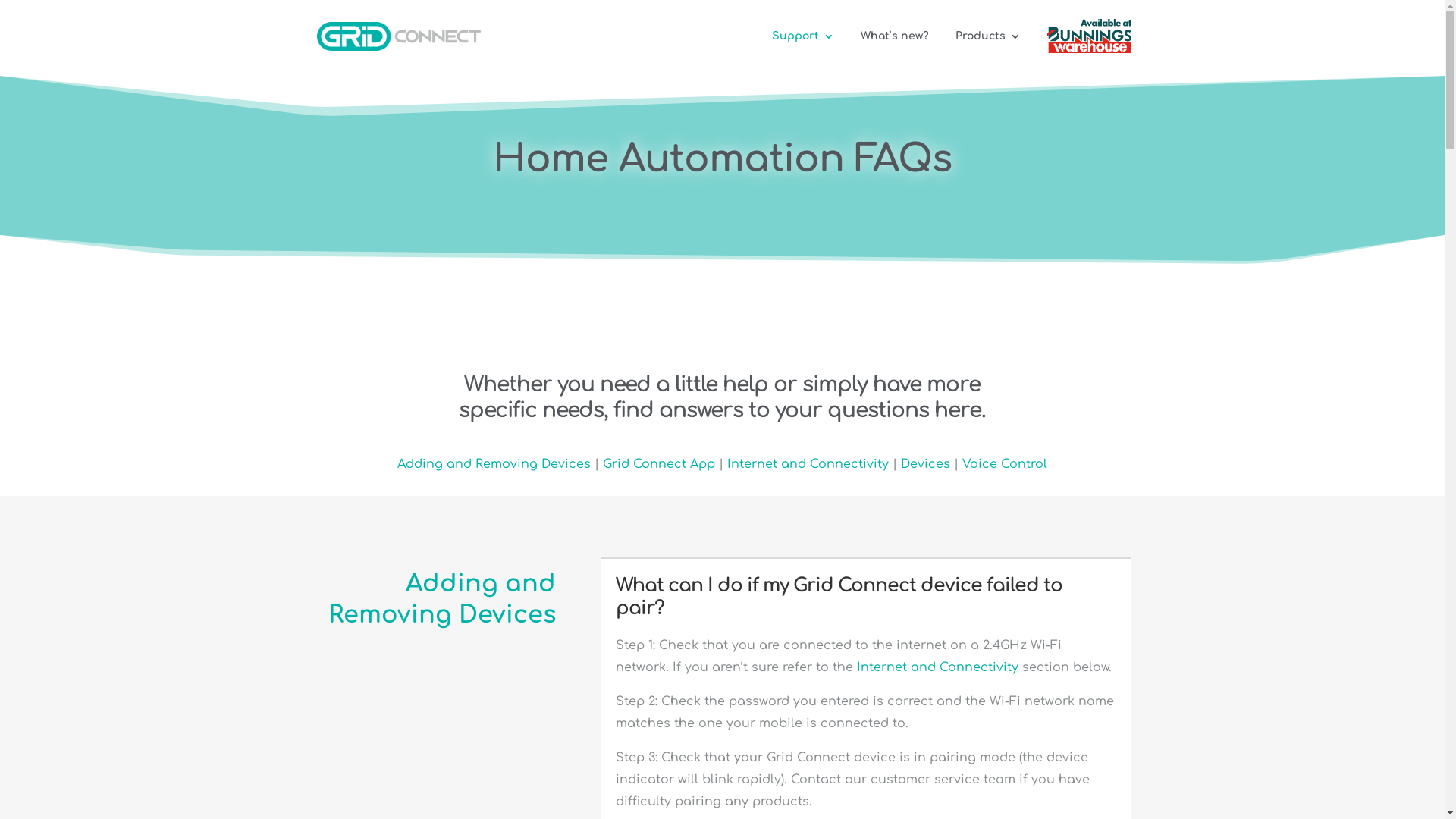  Describe the element at coordinates (987, 44) in the screenshot. I see `'Products'` at that location.